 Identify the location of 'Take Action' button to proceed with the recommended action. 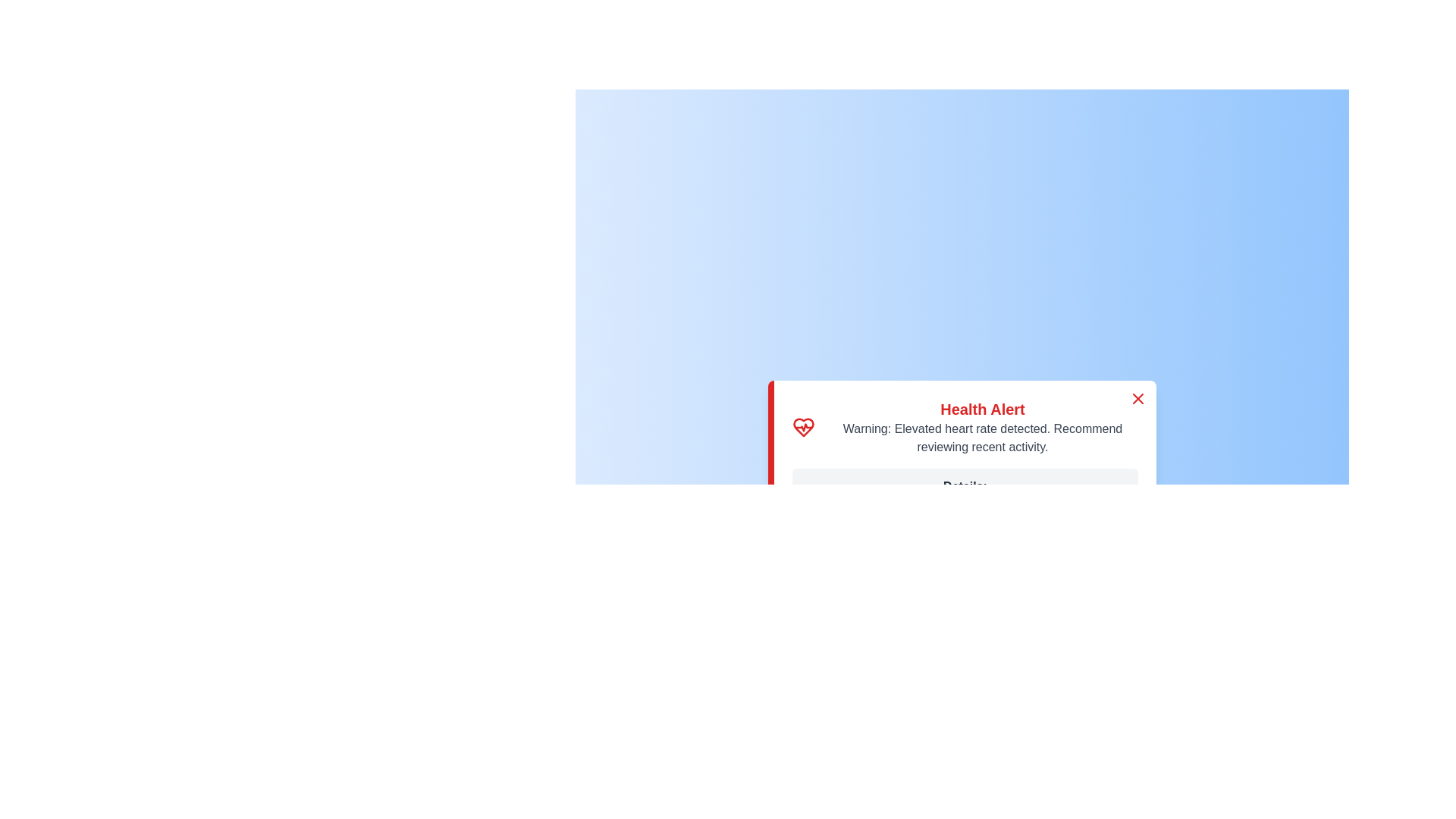
(1022, 583).